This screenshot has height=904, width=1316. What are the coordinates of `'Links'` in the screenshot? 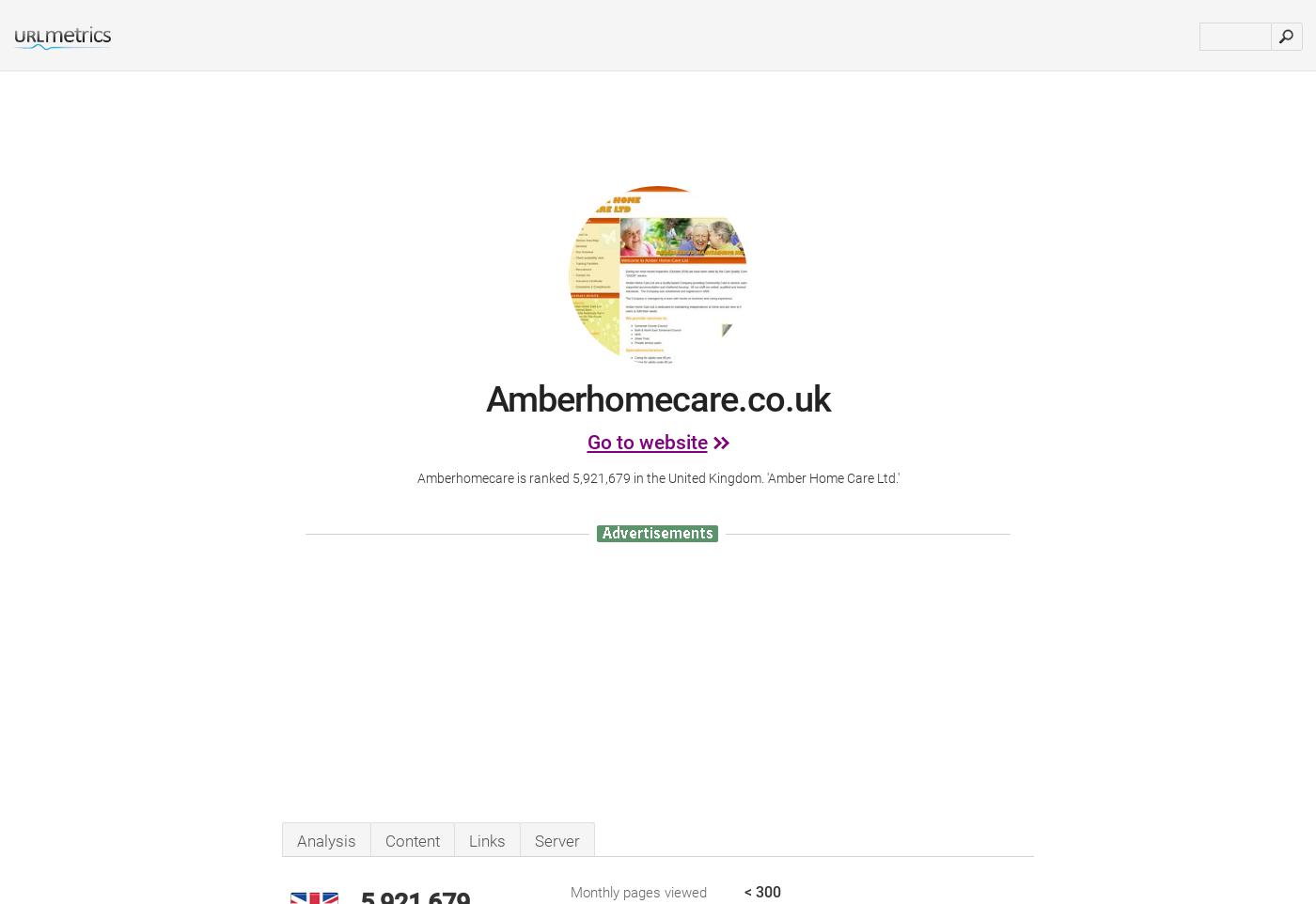 It's located at (468, 840).